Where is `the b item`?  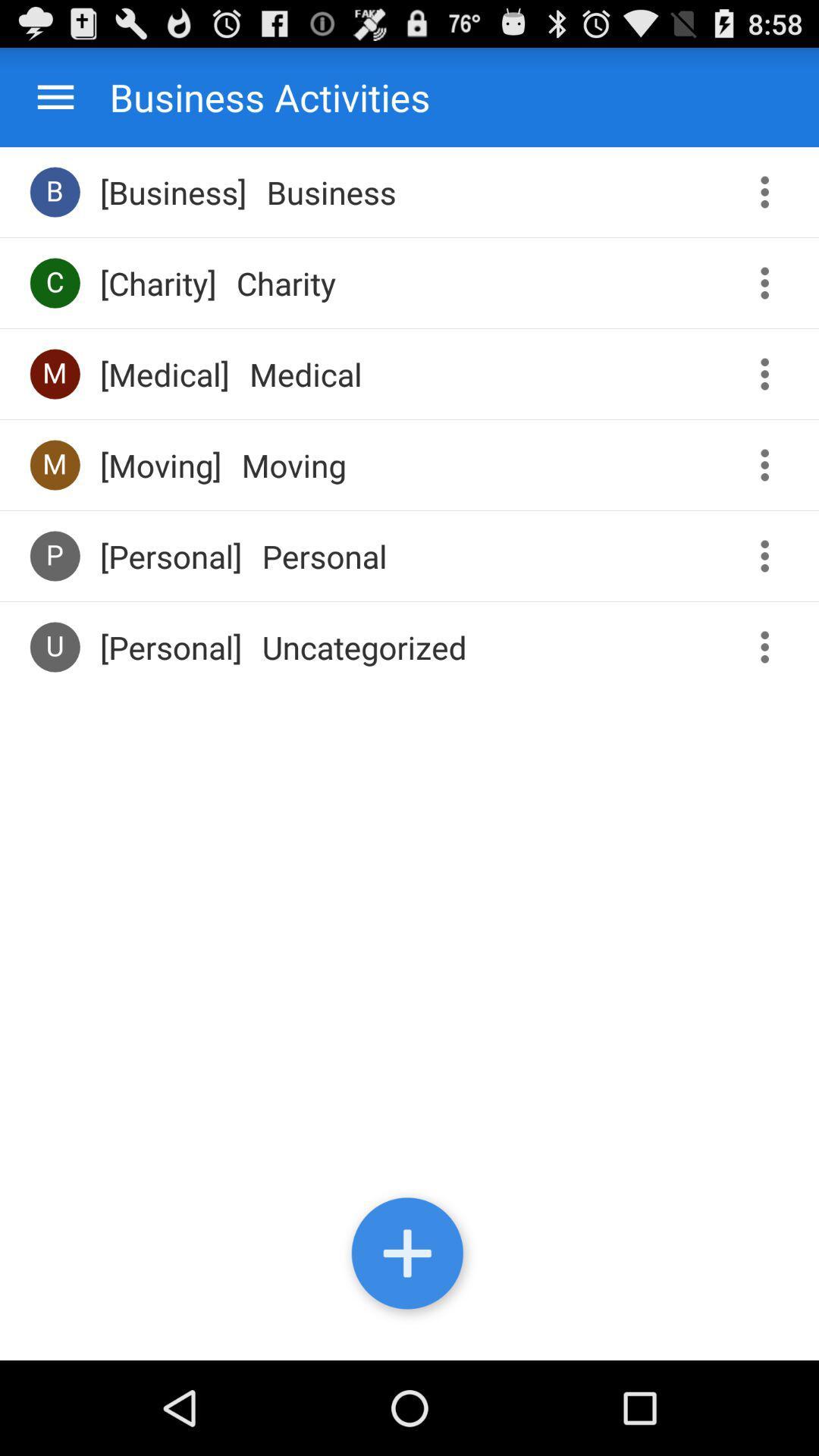 the b item is located at coordinates (54, 191).